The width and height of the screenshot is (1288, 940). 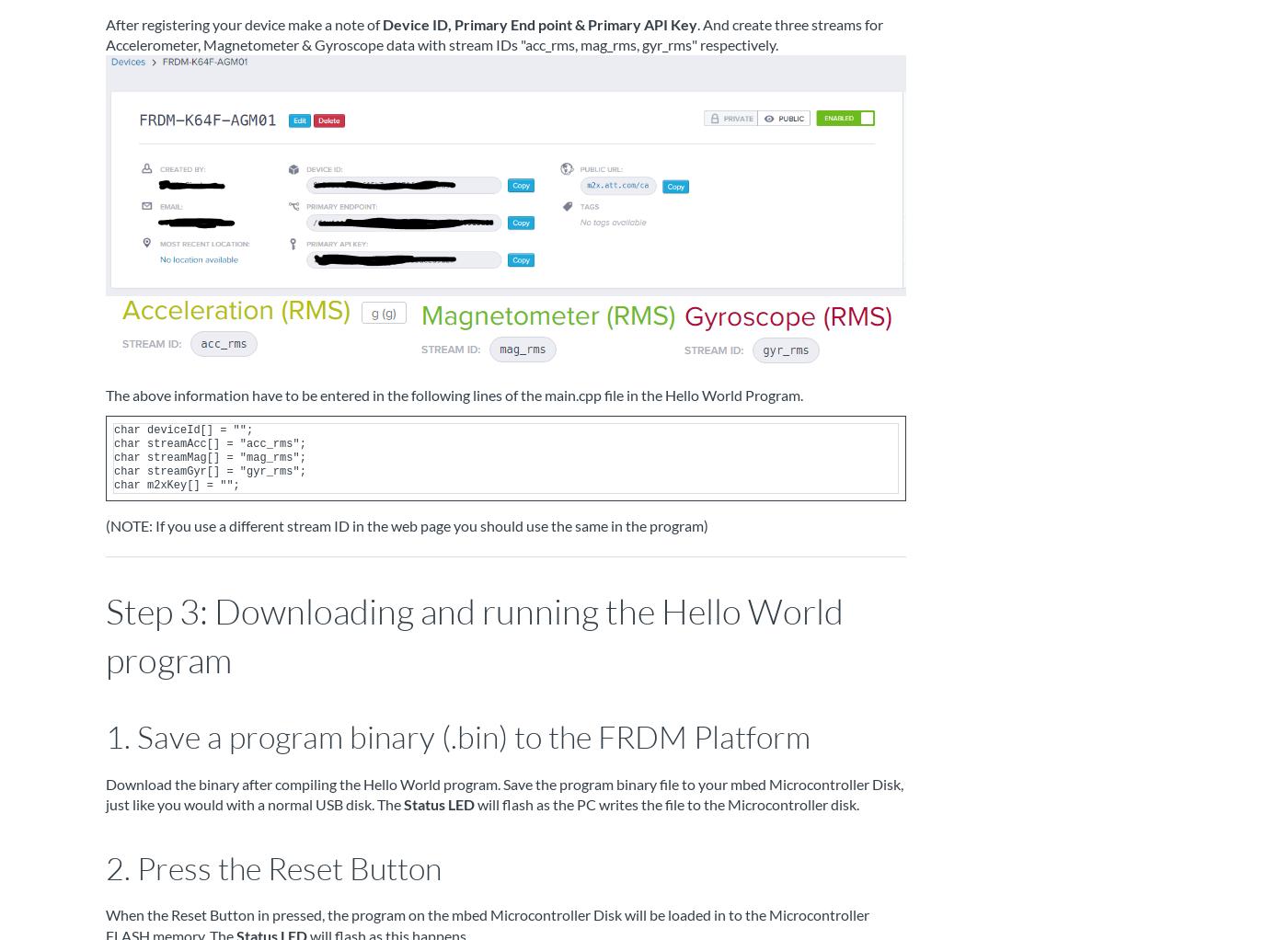 What do you see at coordinates (457, 737) in the screenshot?
I see `'1. Save a program binary (.bin) to the FRDM Platform'` at bounding box center [457, 737].